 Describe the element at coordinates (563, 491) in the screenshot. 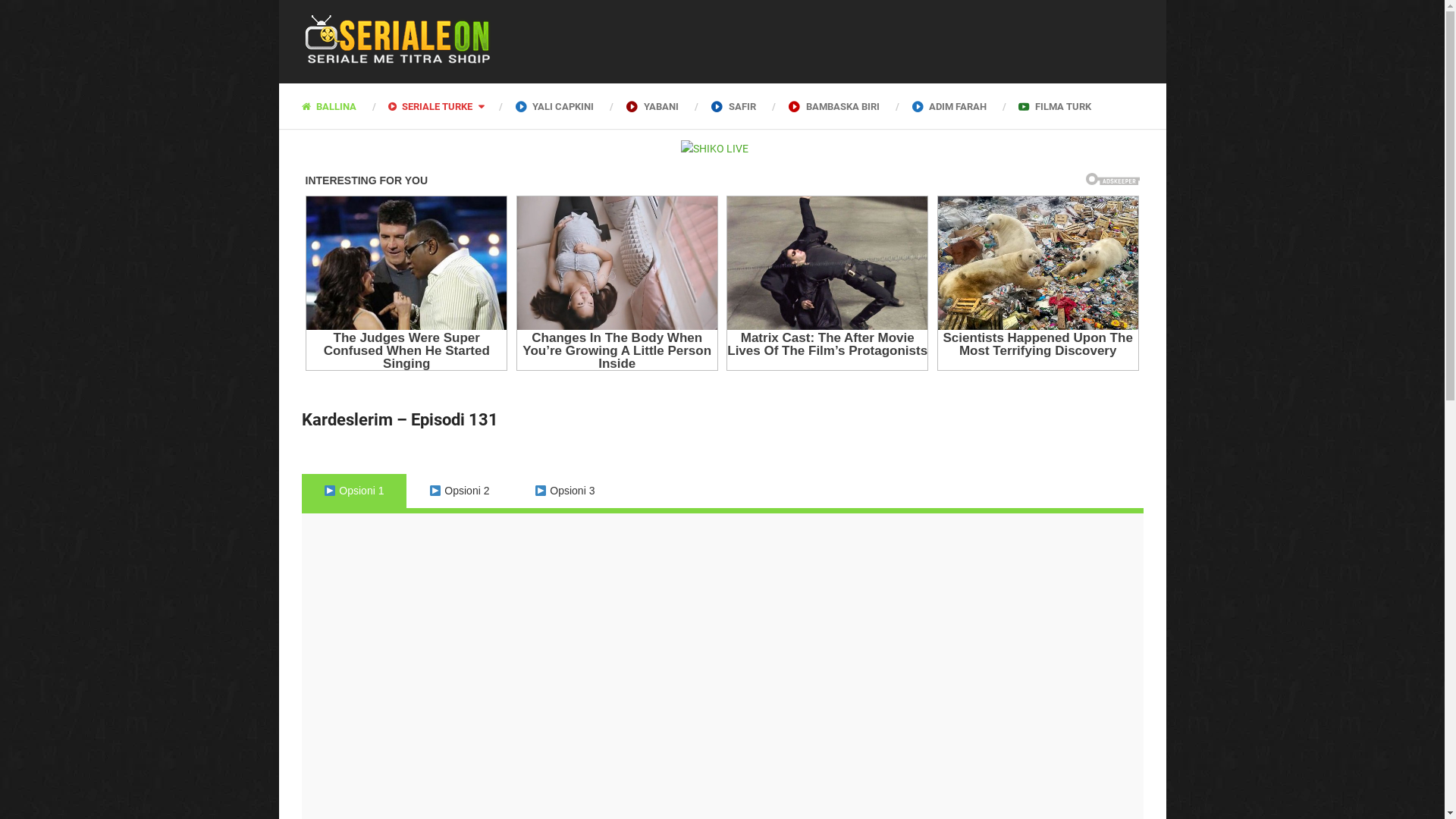

I see `'Opsioni 3'` at that location.